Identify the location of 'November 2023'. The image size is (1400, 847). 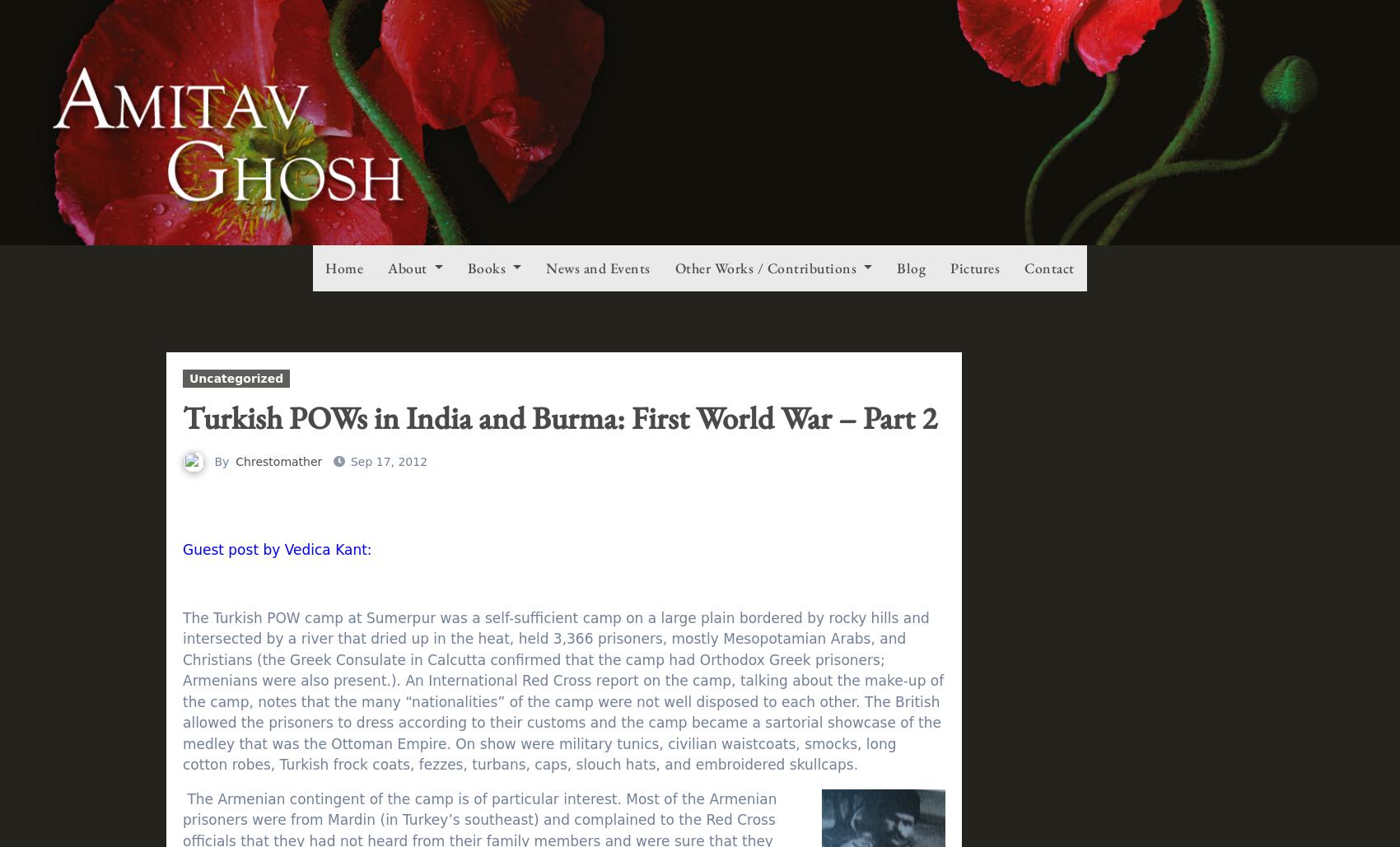
(1063, 150).